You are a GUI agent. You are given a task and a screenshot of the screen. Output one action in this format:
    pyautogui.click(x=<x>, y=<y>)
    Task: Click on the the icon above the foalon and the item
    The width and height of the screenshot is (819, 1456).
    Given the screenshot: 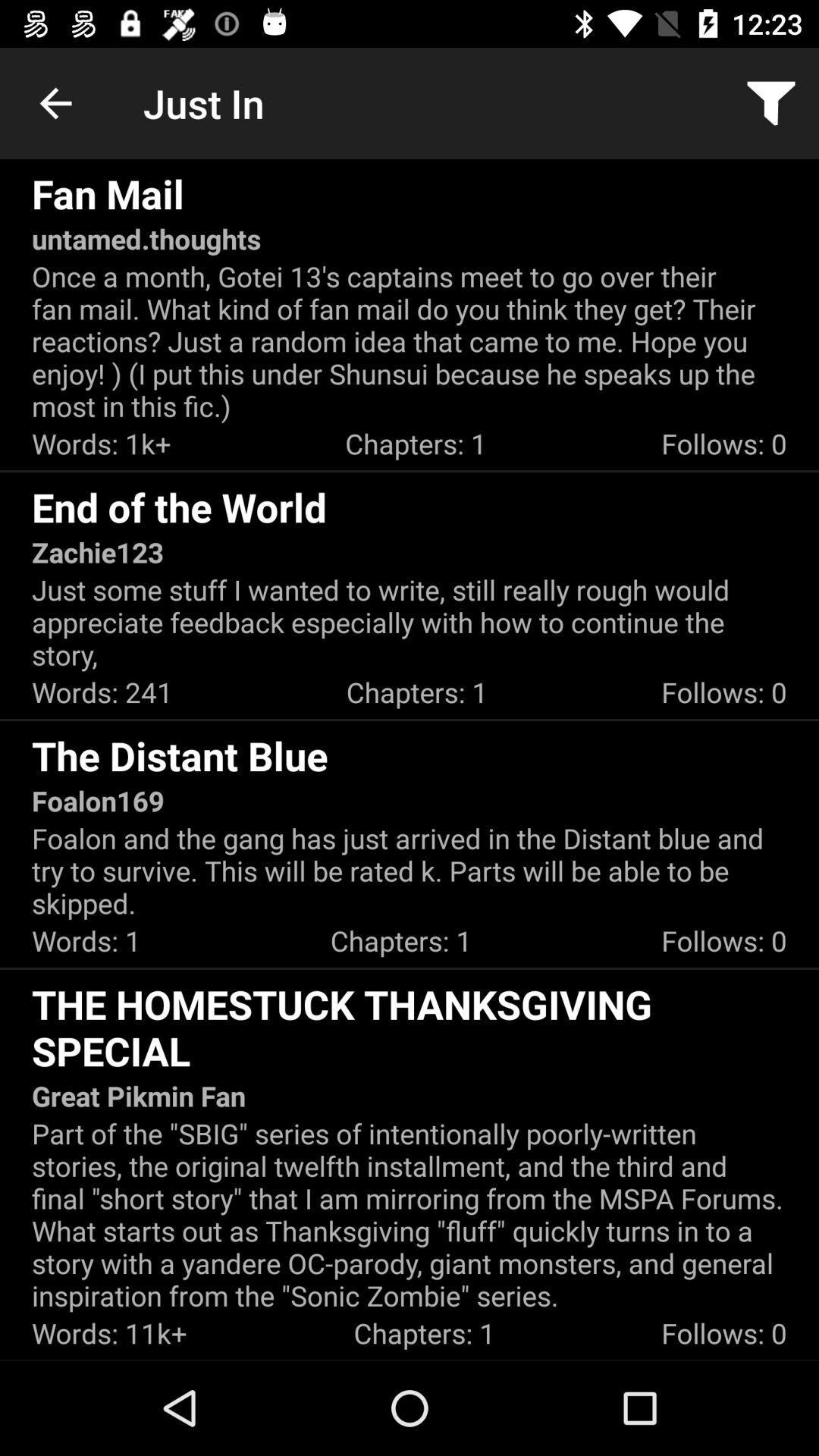 What is the action you would take?
    pyautogui.click(x=98, y=800)
    